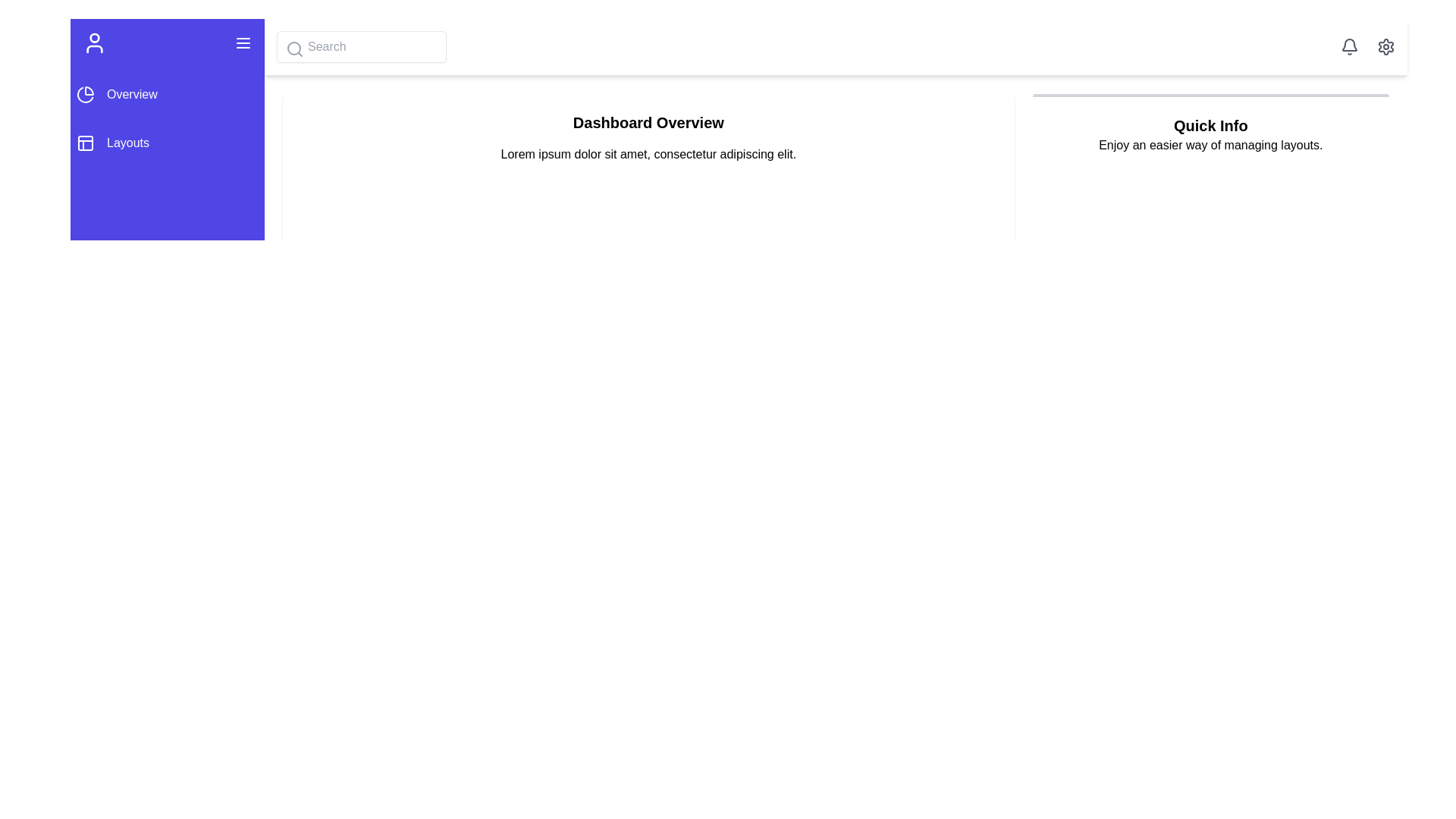 This screenshot has width=1456, height=819. What do you see at coordinates (85, 94) in the screenshot?
I see `the pie chart icon located in the left sidebar near the top, which is styled with a white stroke against a purple background and grouped with the label 'Overview'` at bounding box center [85, 94].